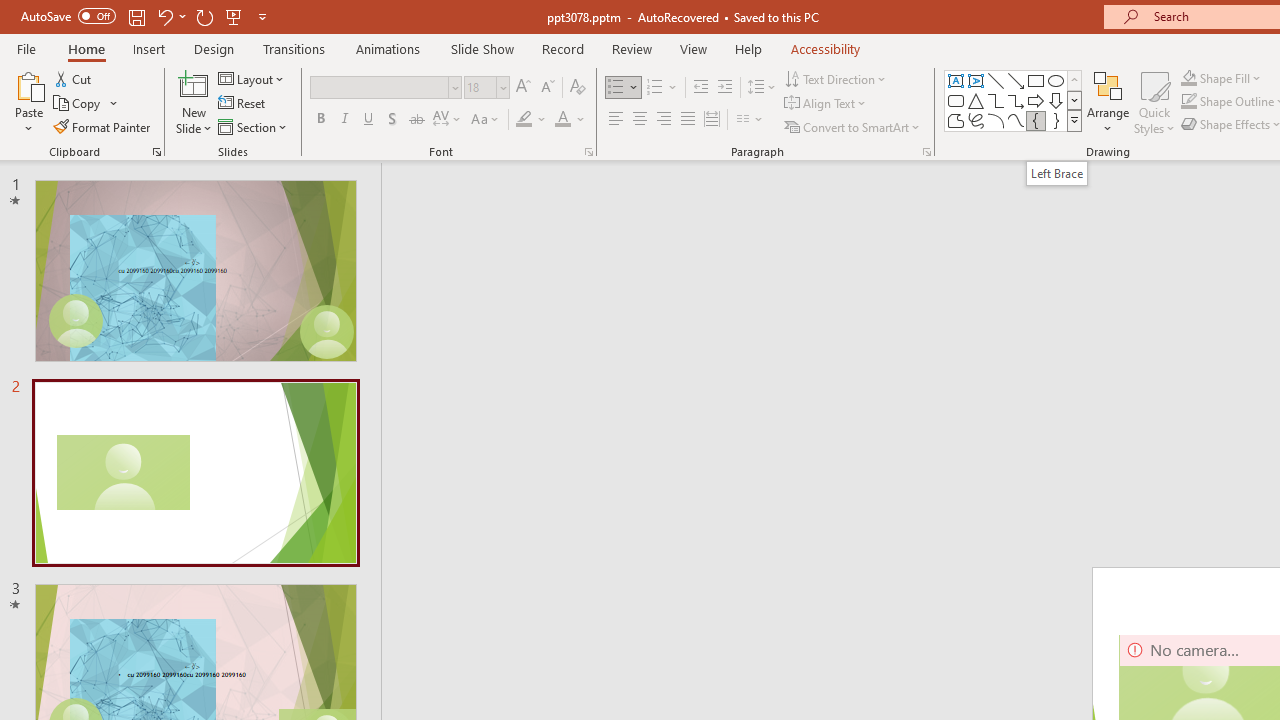 This screenshot has height=720, width=1280. Describe the element at coordinates (415, 119) in the screenshot. I see `'Strikethrough'` at that location.